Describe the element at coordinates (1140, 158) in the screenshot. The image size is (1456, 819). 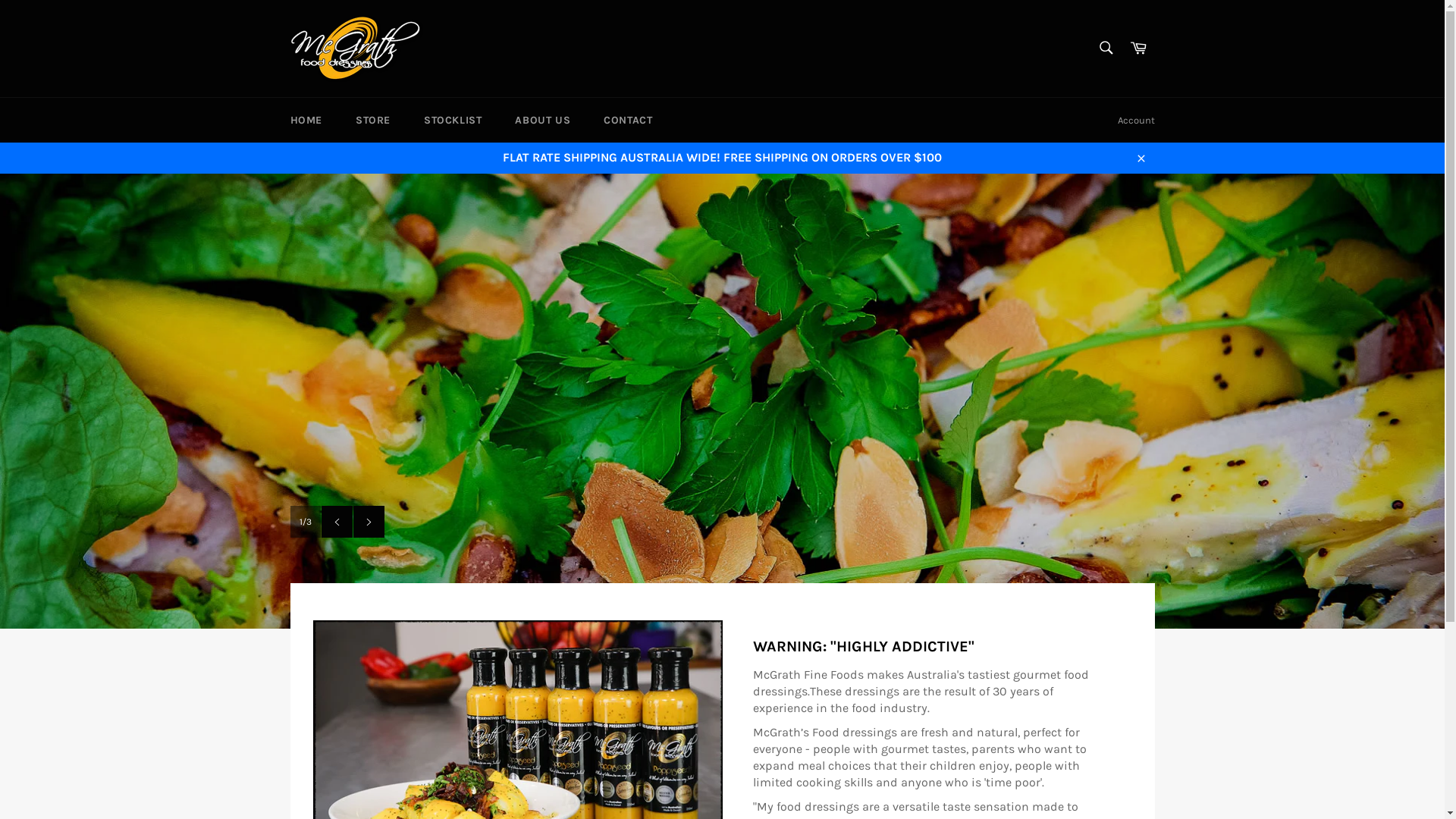
I see `'Close'` at that location.